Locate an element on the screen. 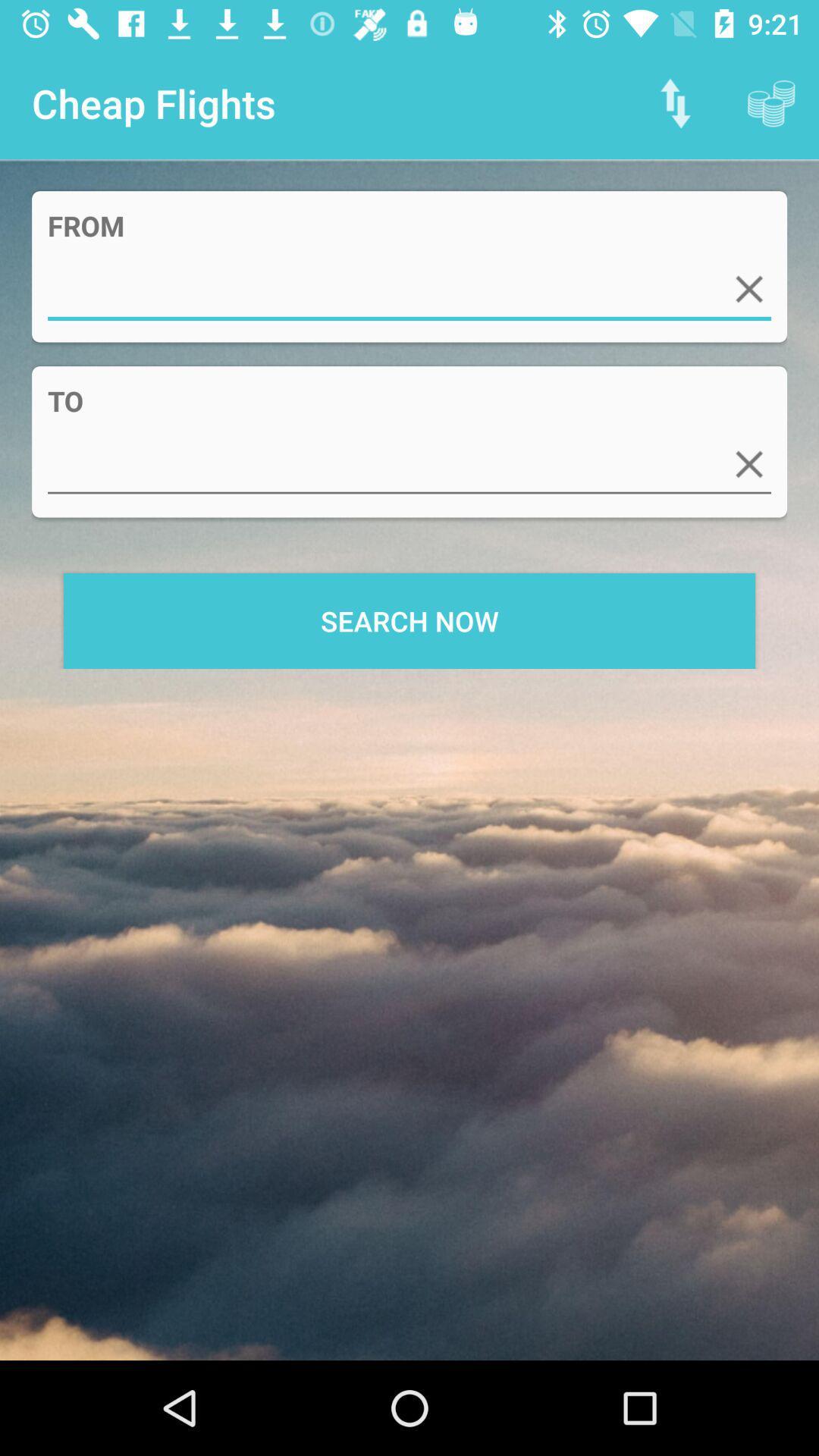 This screenshot has height=1456, width=819. option is located at coordinates (748, 463).